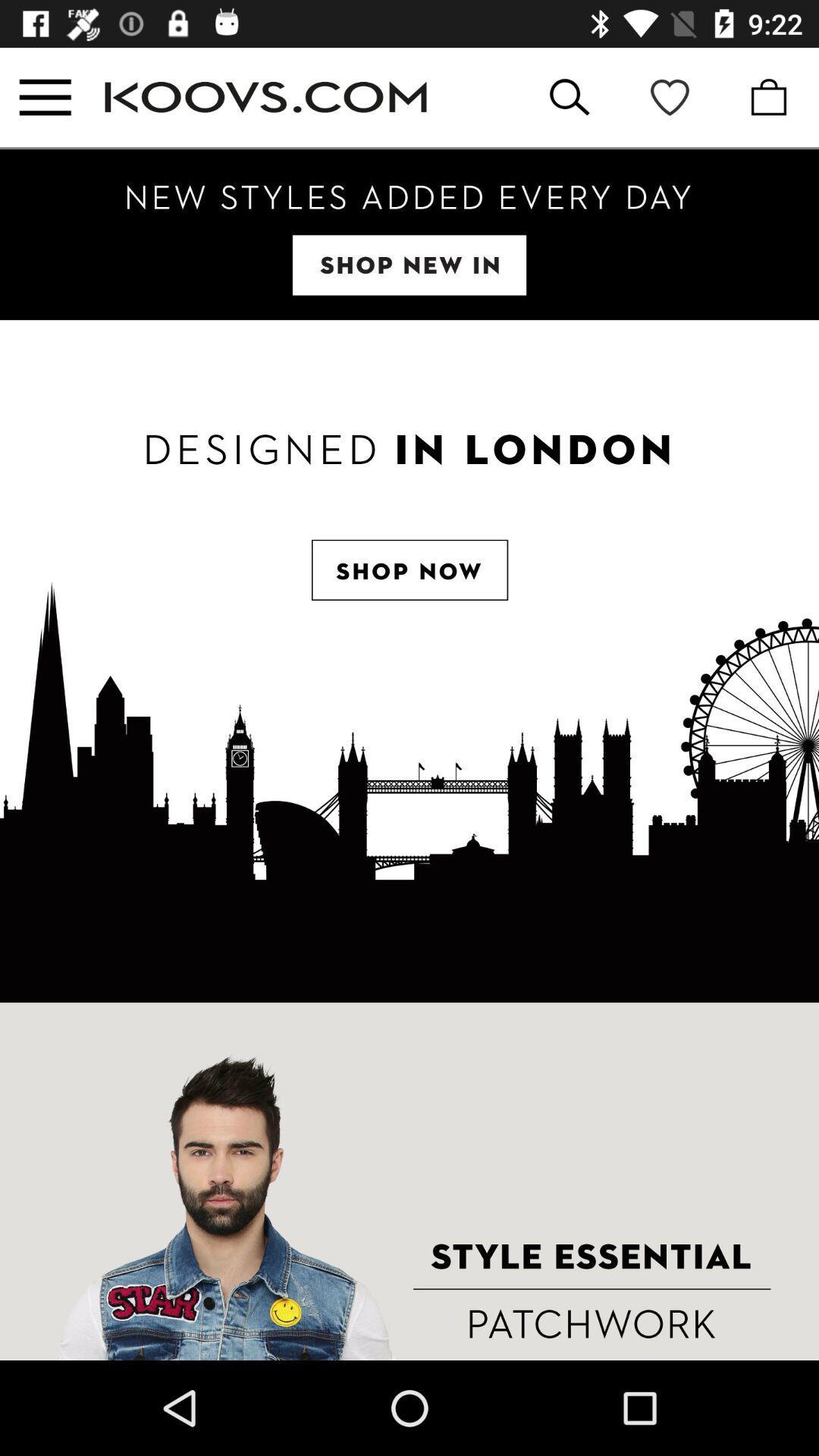  I want to click on items, so click(409, 234).